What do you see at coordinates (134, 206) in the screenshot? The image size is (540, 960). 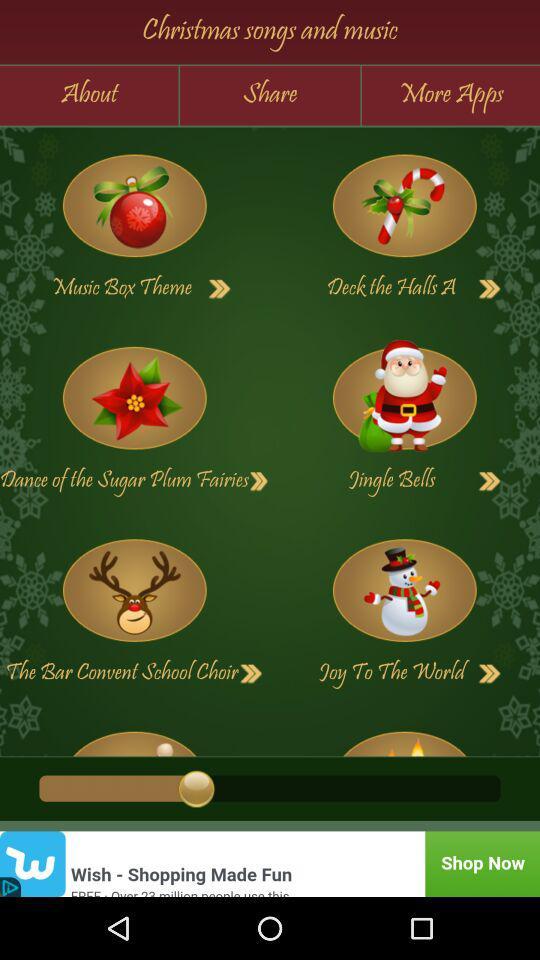 I see `open playlist` at bounding box center [134, 206].